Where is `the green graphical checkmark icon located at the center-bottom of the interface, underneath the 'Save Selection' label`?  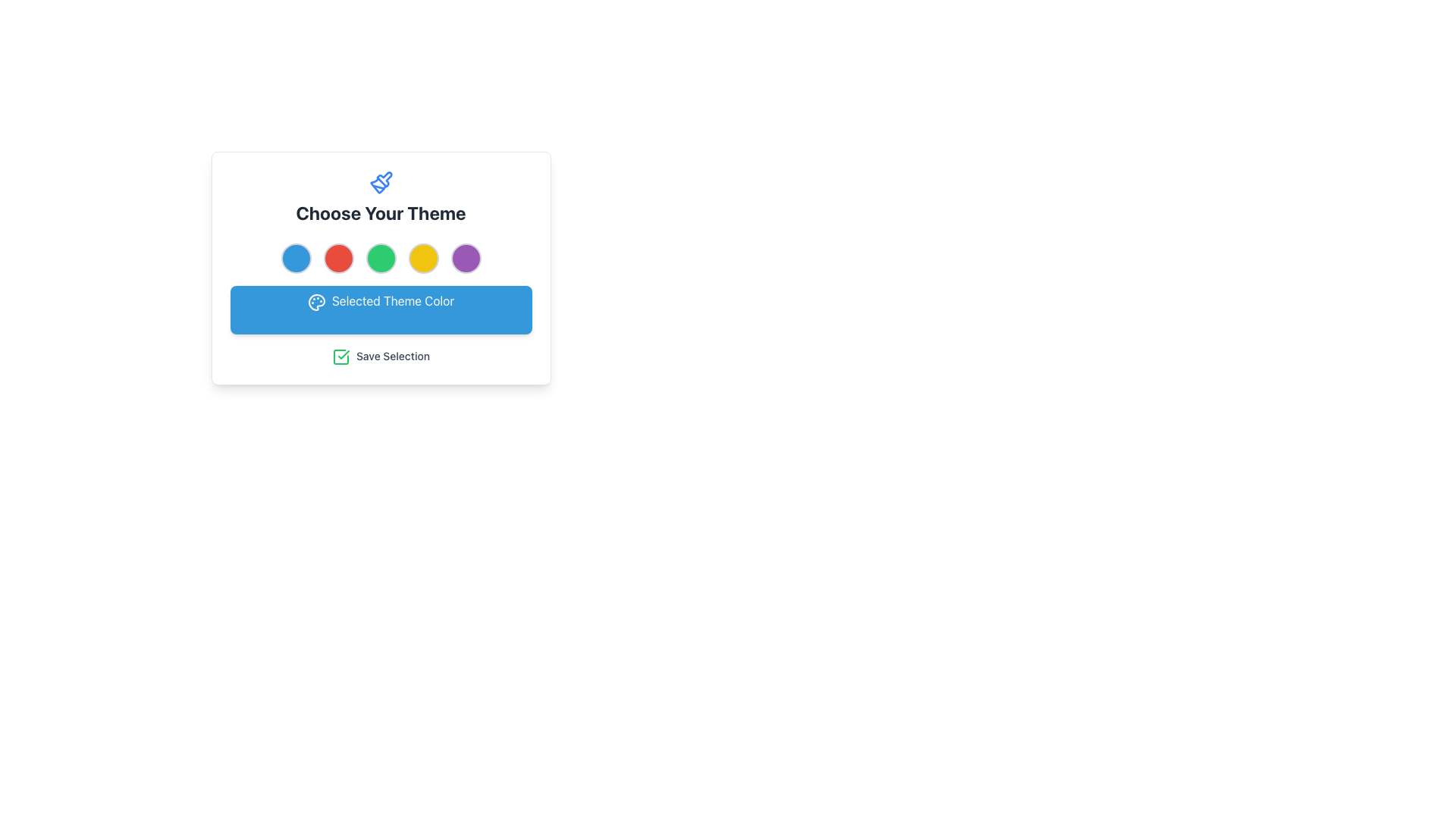 the green graphical checkmark icon located at the center-bottom of the interface, underneath the 'Save Selection' label is located at coordinates (343, 354).